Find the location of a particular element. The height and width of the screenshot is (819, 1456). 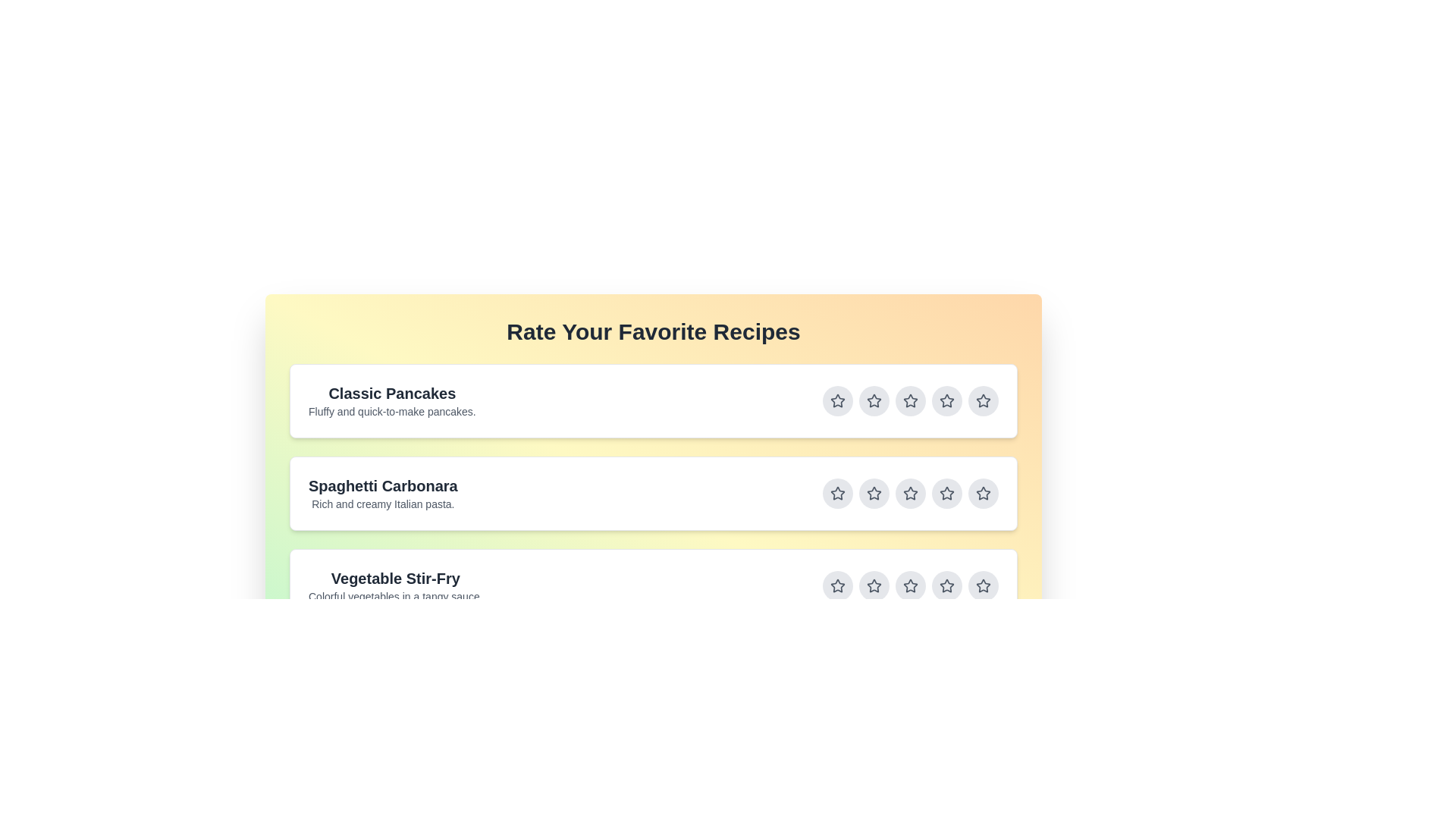

the star button for rating 4 of the recipe Spaghetti Carbonara is located at coordinates (946, 494).